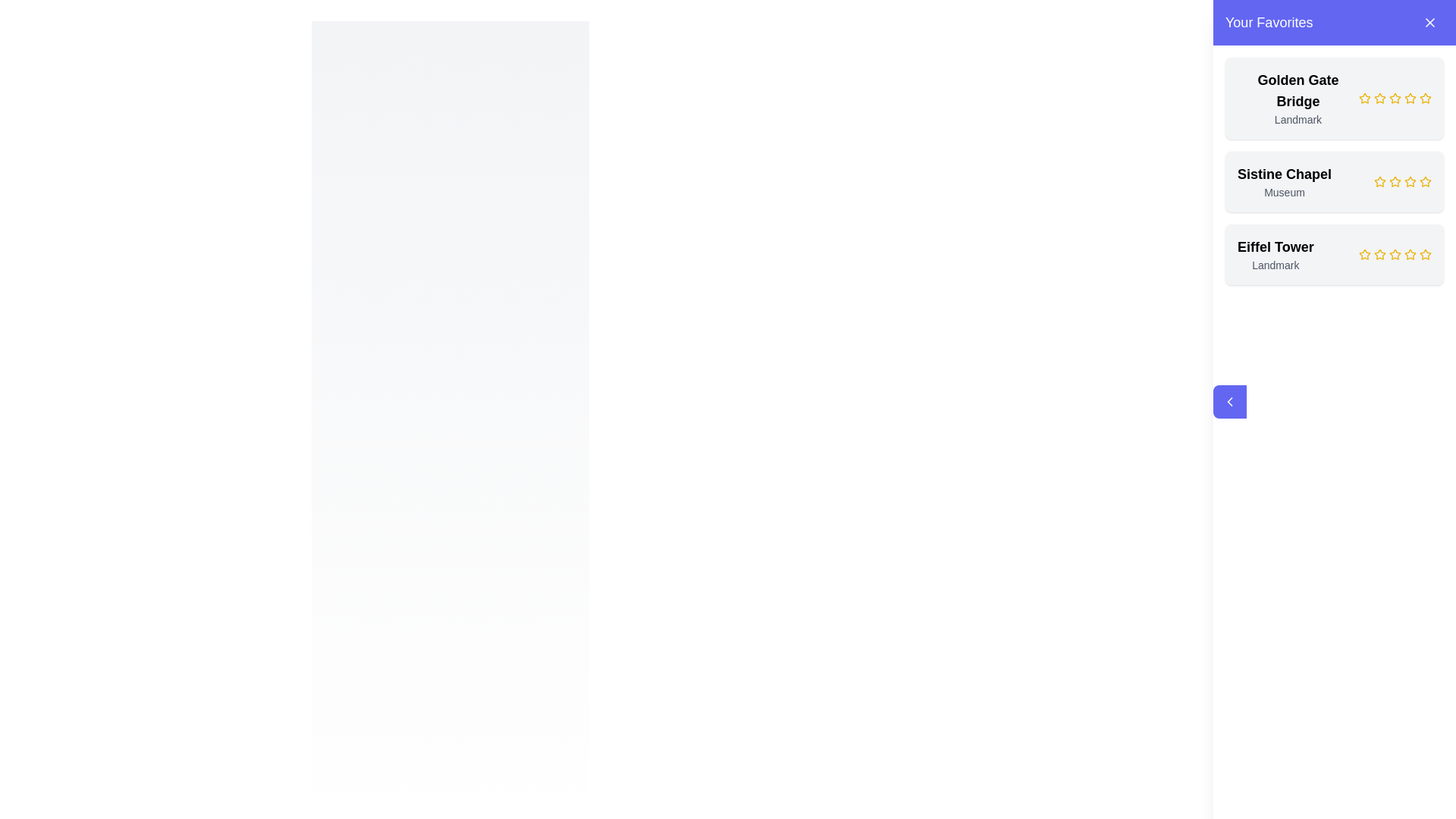 This screenshot has width=1456, height=819. Describe the element at coordinates (1395, 99) in the screenshot. I see `the third rating star under the text 'Golden Gate Bridge' to rate it` at that location.